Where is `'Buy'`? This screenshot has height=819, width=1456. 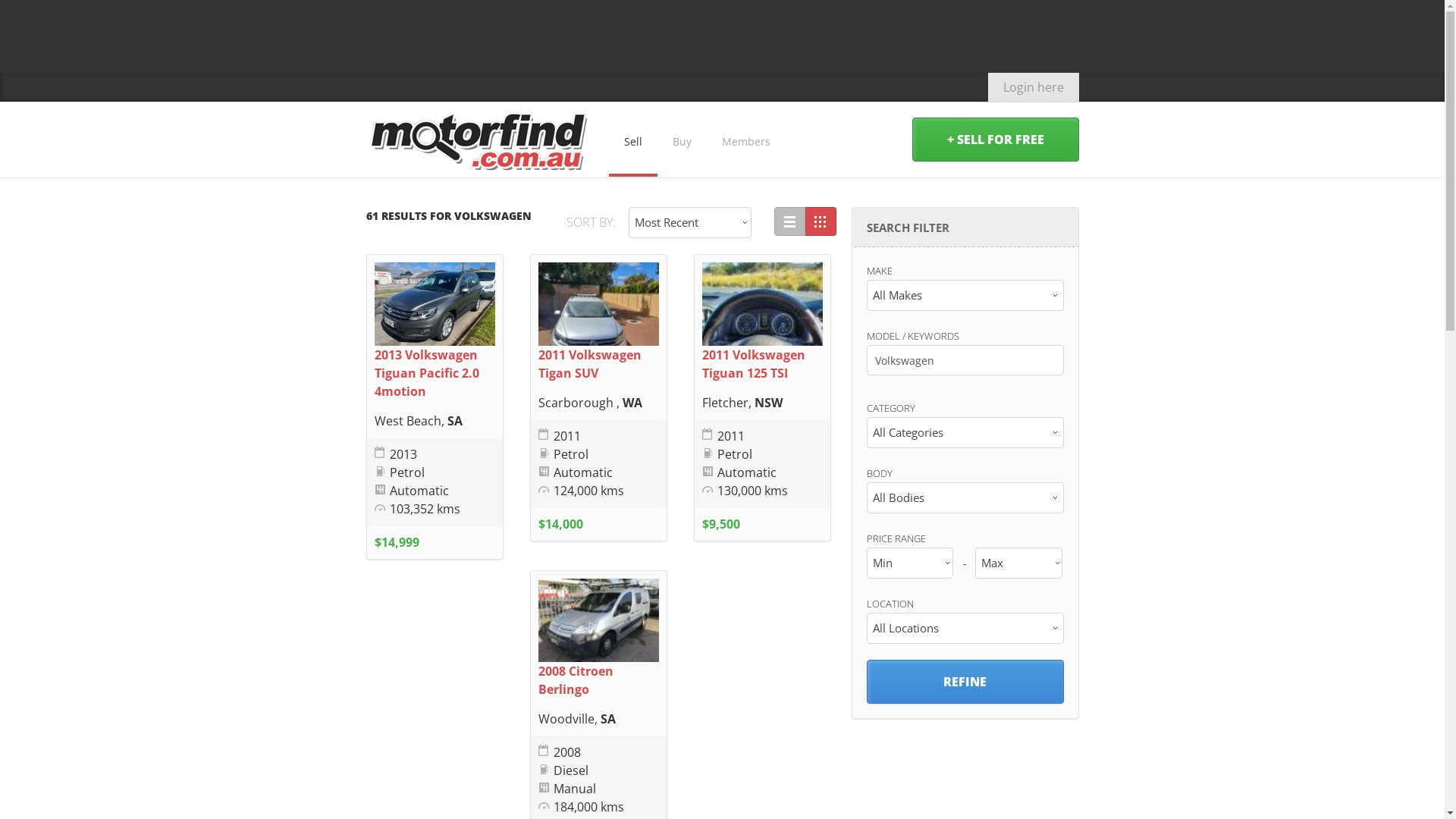
'Buy' is located at coordinates (680, 140).